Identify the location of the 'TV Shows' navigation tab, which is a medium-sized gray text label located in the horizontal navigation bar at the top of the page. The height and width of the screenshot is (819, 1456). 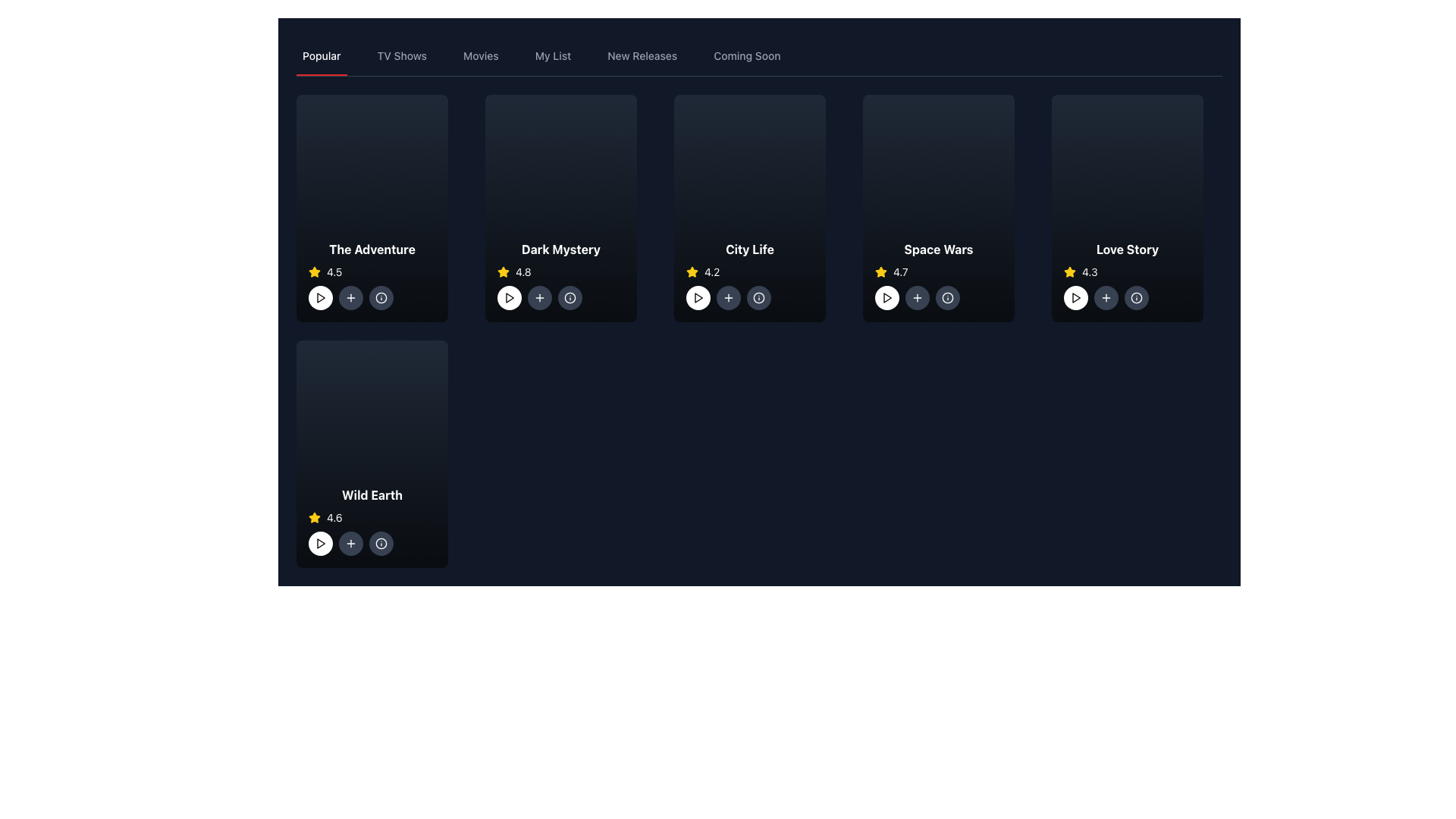
(402, 55).